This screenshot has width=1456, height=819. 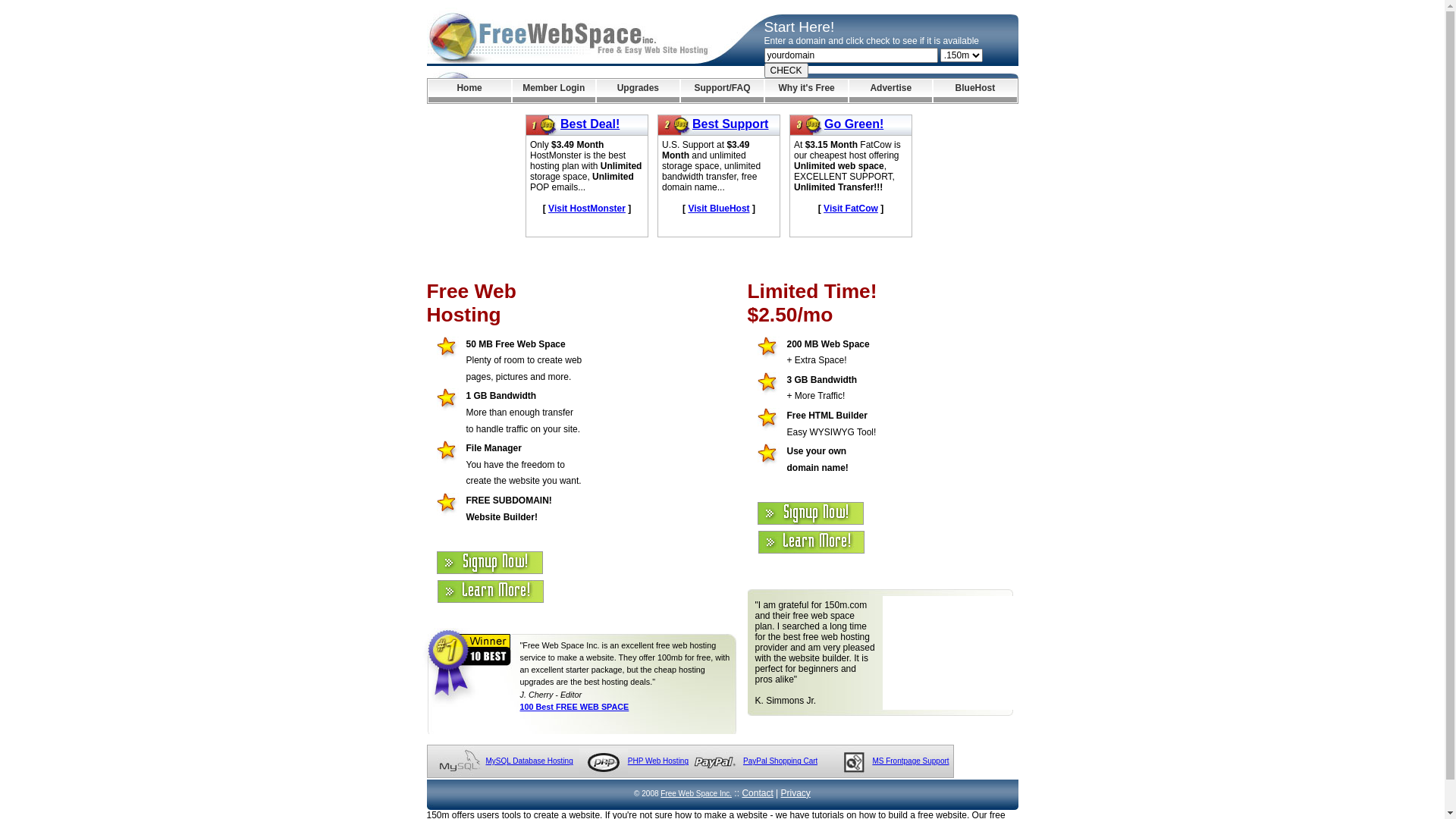 What do you see at coordinates (658, 761) in the screenshot?
I see `'PHP Web Hosting'` at bounding box center [658, 761].